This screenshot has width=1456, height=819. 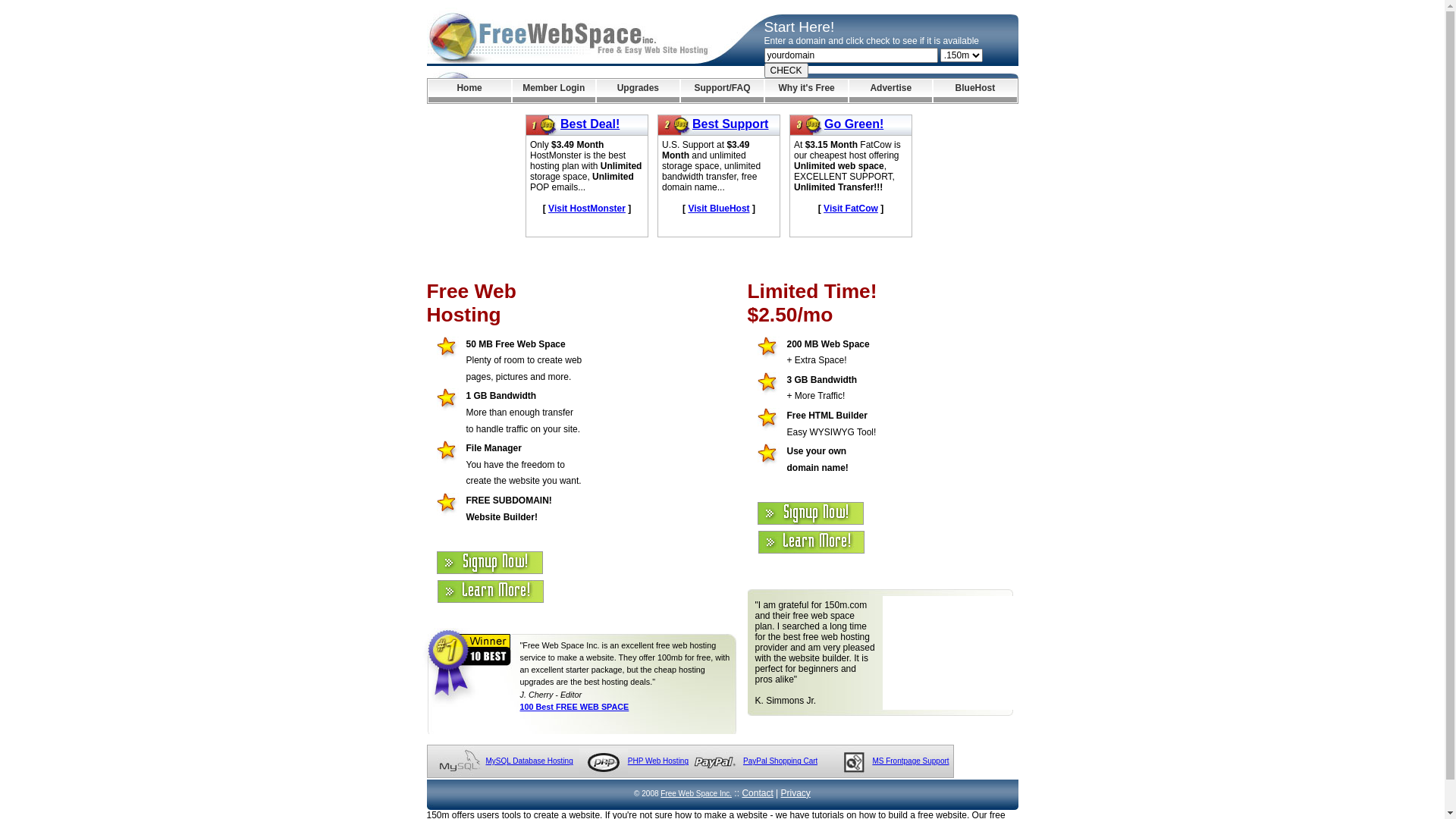 What do you see at coordinates (658, 761) in the screenshot?
I see `'PHP Web Hosting'` at bounding box center [658, 761].